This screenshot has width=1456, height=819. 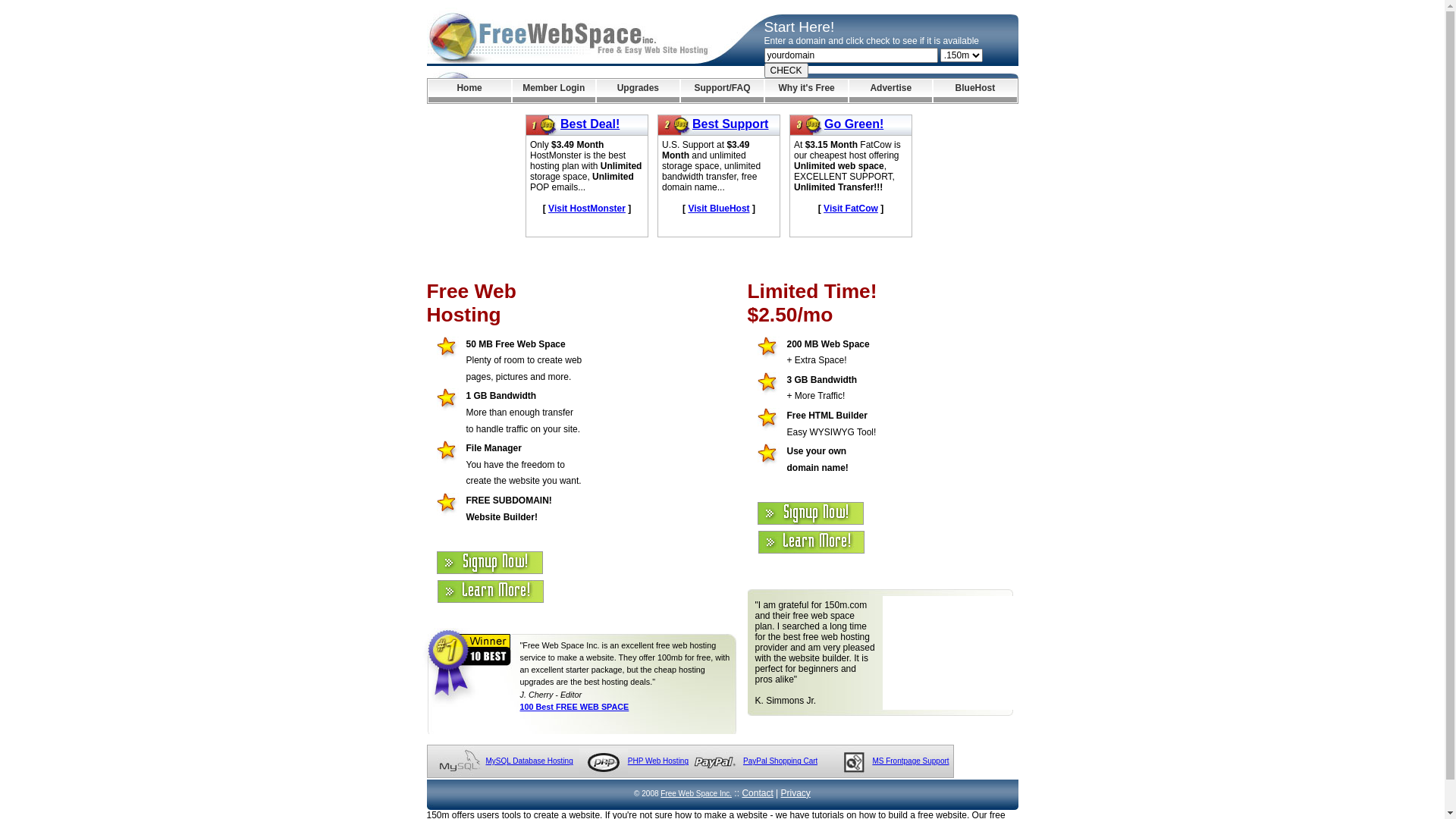 What do you see at coordinates (658, 761) in the screenshot?
I see `'PHP Web Hosting'` at bounding box center [658, 761].